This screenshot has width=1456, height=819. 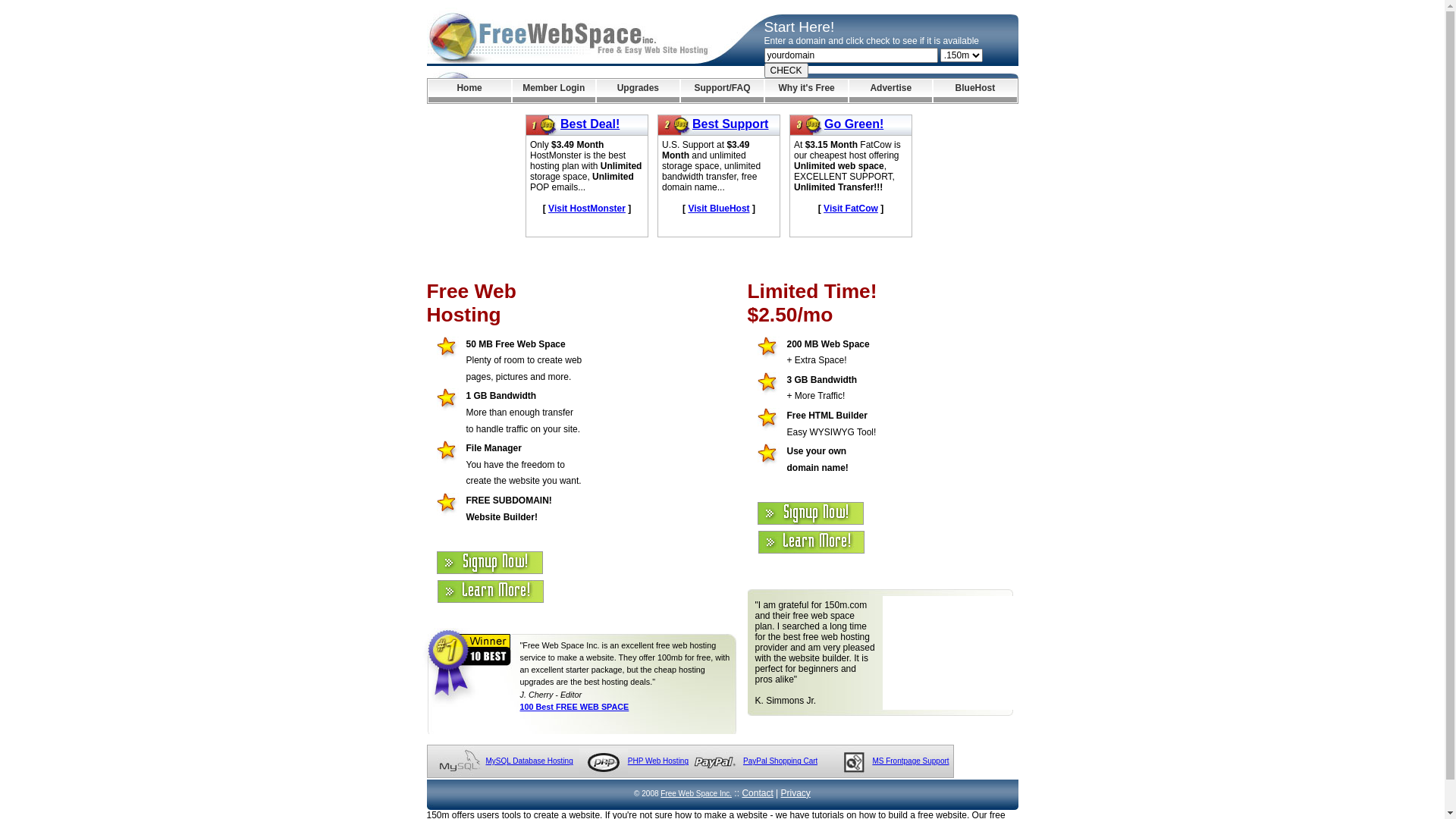 What do you see at coordinates (658, 761) in the screenshot?
I see `'PHP Web Hosting'` at bounding box center [658, 761].